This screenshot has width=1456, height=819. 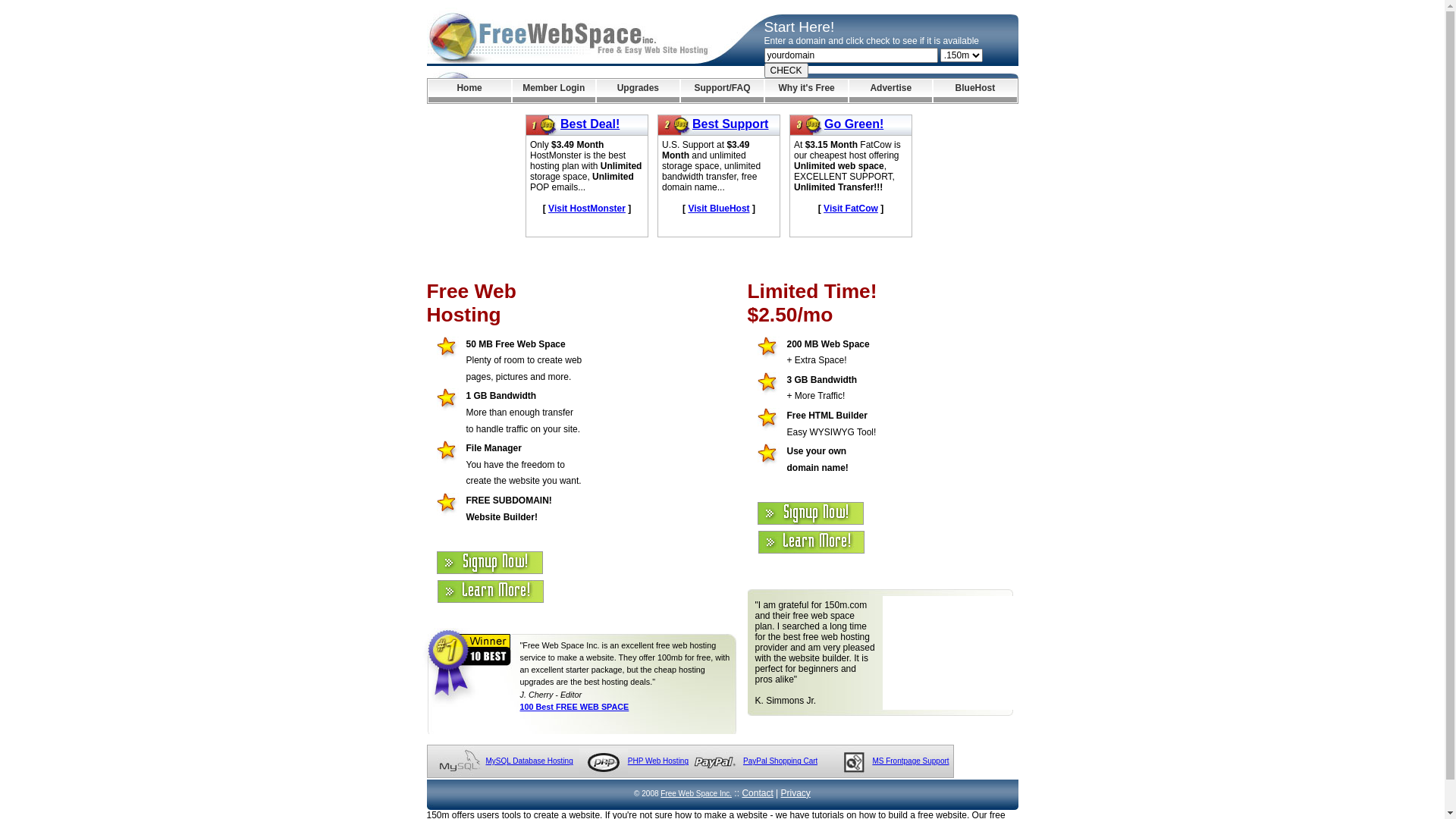 What do you see at coordinates (658, 761) in the screenshot?
I see `'PHP Web Hosting'` at bounding box center [658, 761].